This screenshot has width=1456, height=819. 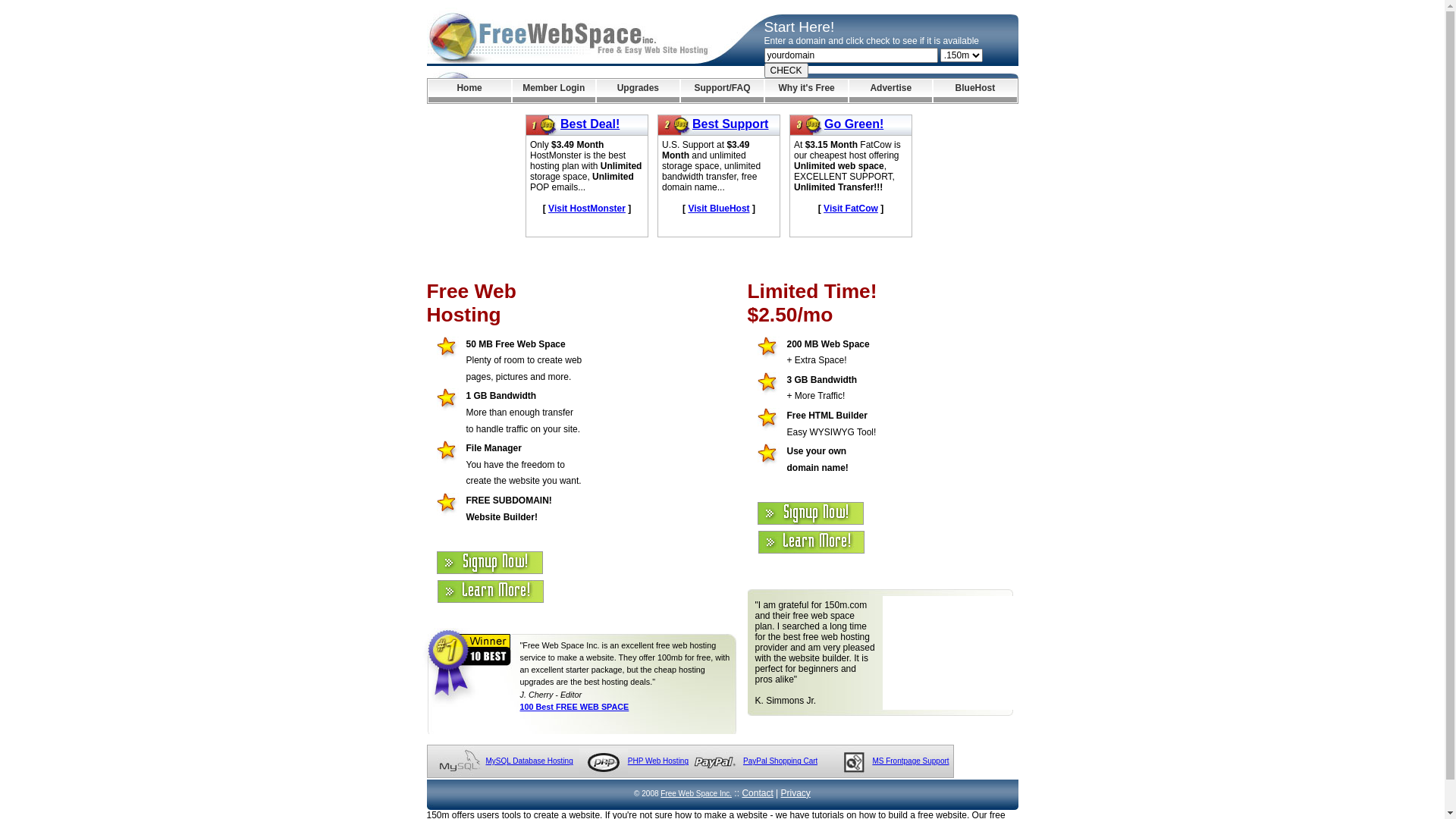 What do you see at coordinates (658, 761) in the screenshot?
I see `'PHP Web Hosting'` at bounding box center [658, 761].